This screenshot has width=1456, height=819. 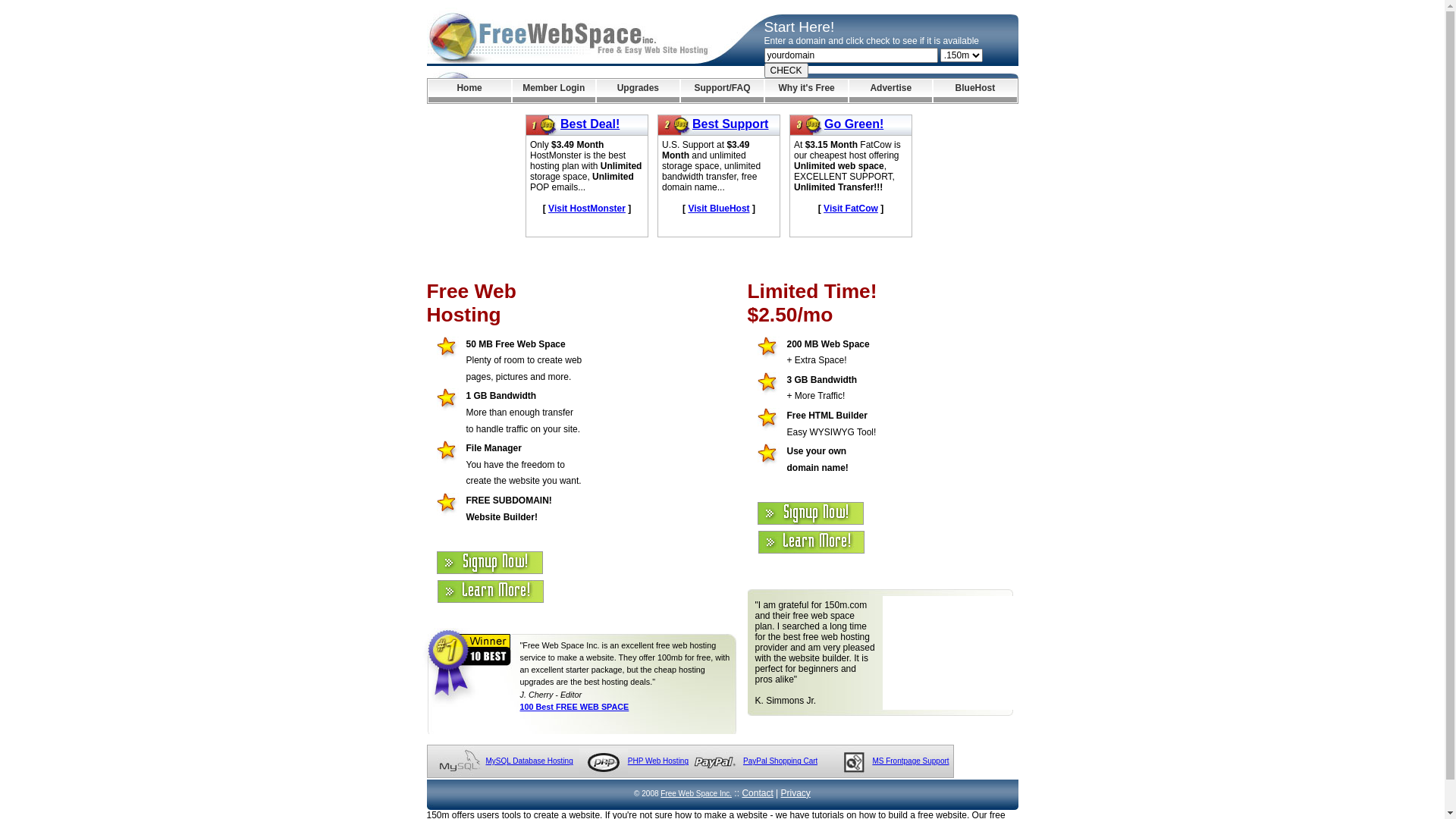 What do you see at coordinates (658, 761) in the screenshot?
I see `'PHP Web Hosting'` at bounding box center [658, 761].